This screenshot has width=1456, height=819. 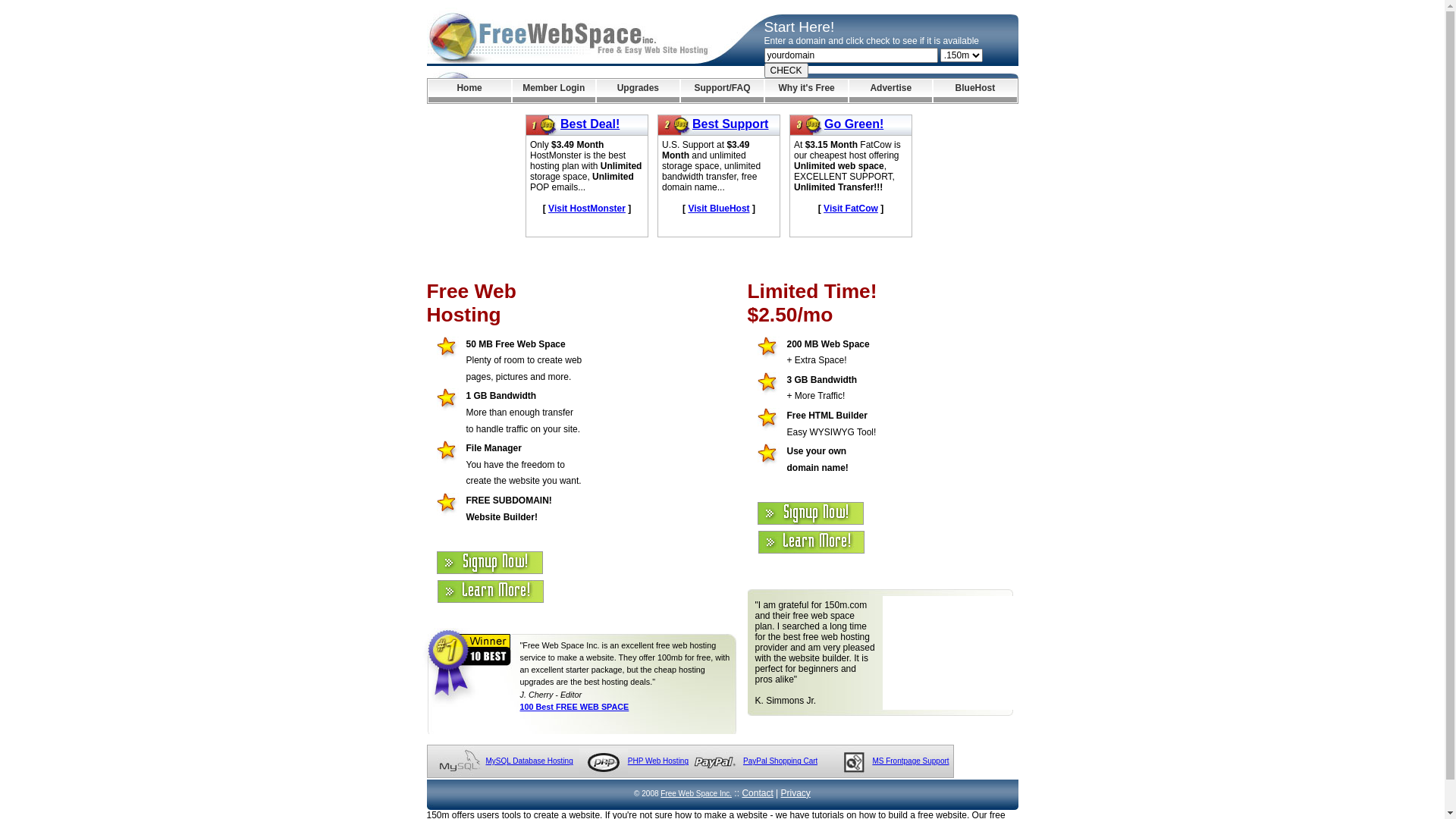 What do you see at coordinates (658, 761) in the screenshot?
I see `'PHP Web Hosting'` at bounding box center [658, 761].